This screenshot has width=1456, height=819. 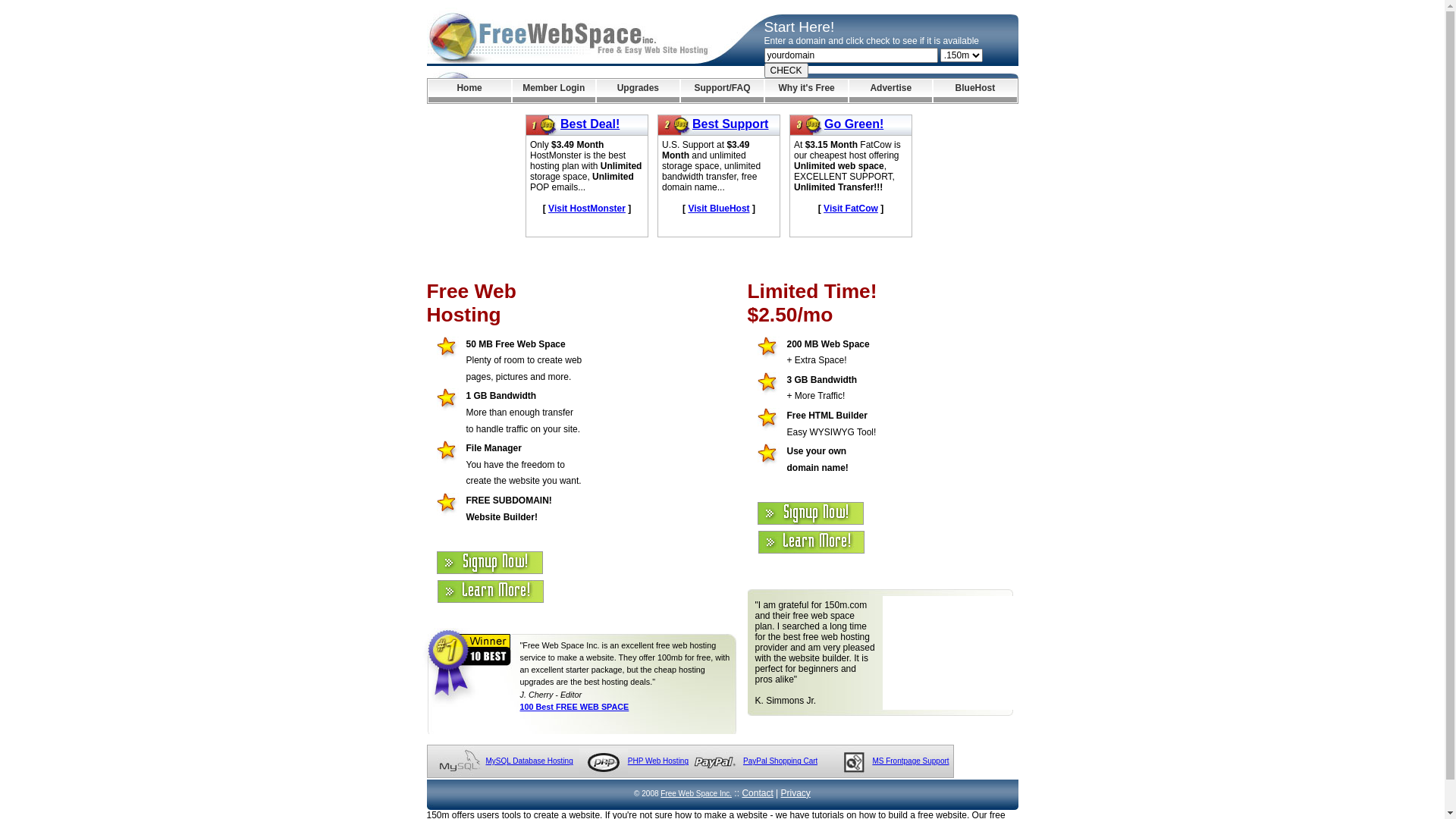 What do you see at coordinates (658, 761) in the screenshot?
I see `'PHP Web Hosting'` at bounding box center [658, 761].